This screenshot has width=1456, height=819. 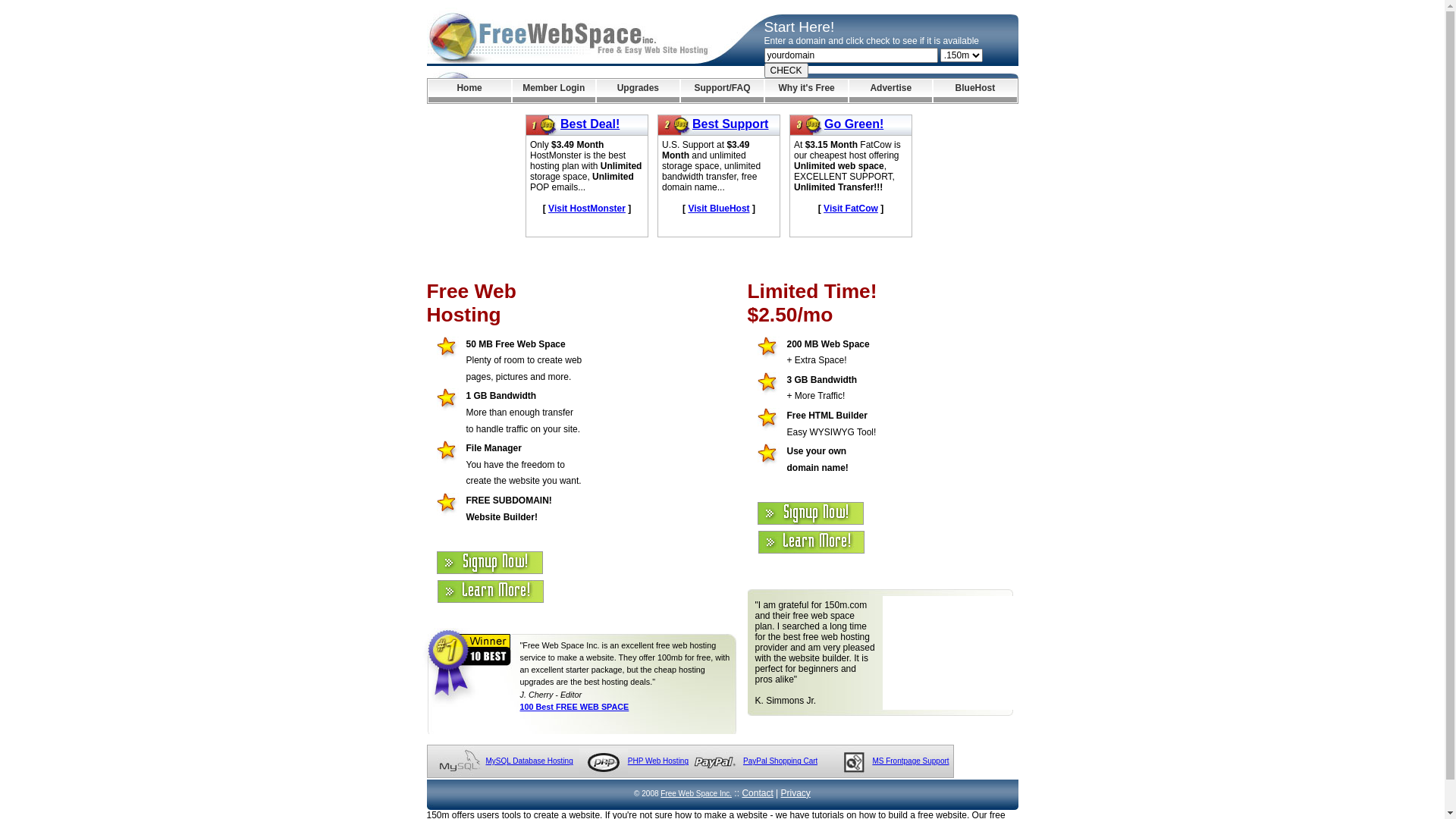 What do you see at coordinates (658, 761) in the screenshot?
I see `'PHP Web Hosting'` at bounding box center [658, 761].